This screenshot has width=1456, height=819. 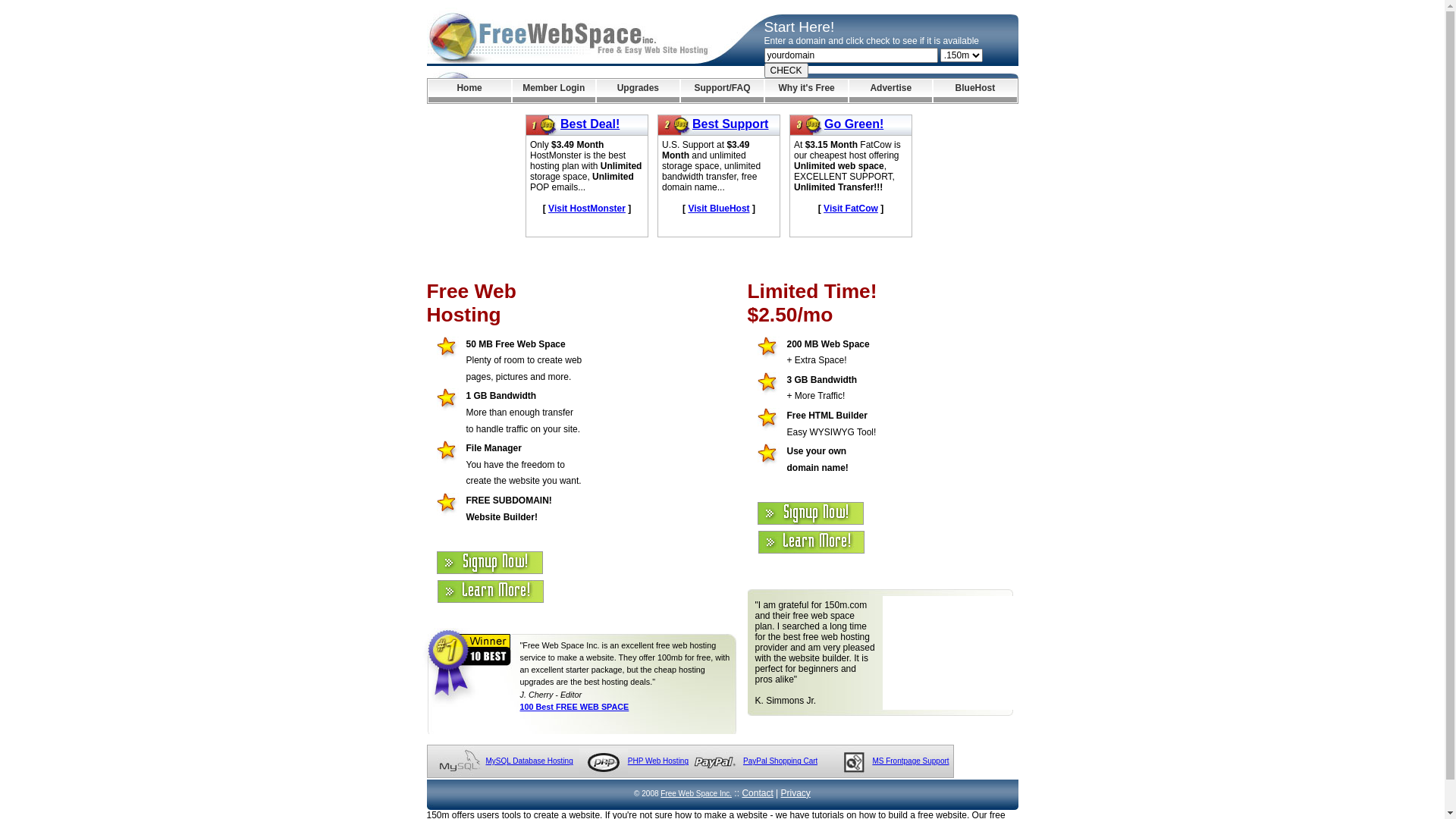 What do you see at coordinates (658, 761) in the screenshot?
I see `'PHP Web Hosting'` at bounding box center [658, 761].